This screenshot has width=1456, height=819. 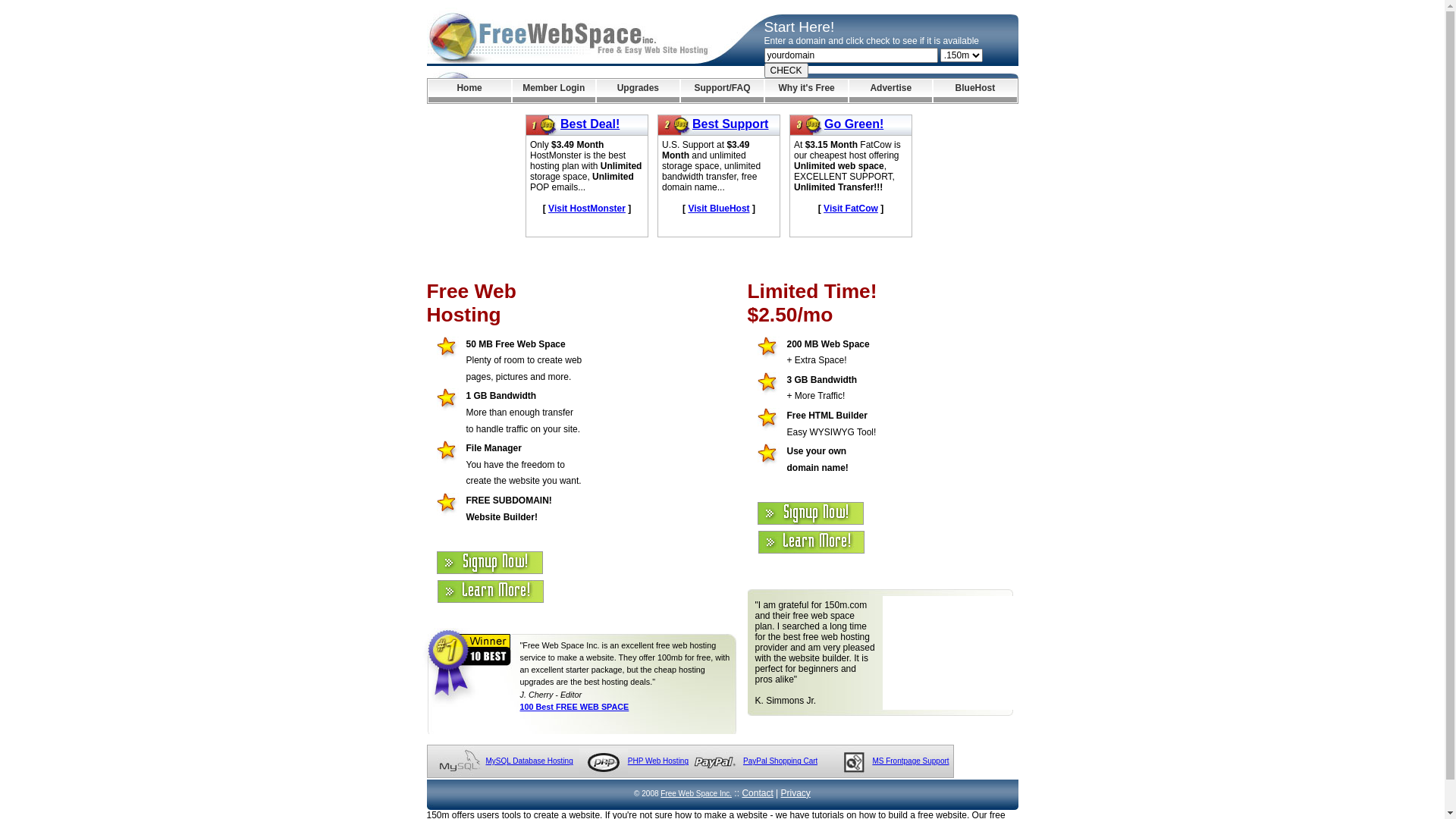 What do you see at coordinates (658, 761) in the screenshot?
I see `'PHP Web Hosting'` at bounding box center [658, 761].